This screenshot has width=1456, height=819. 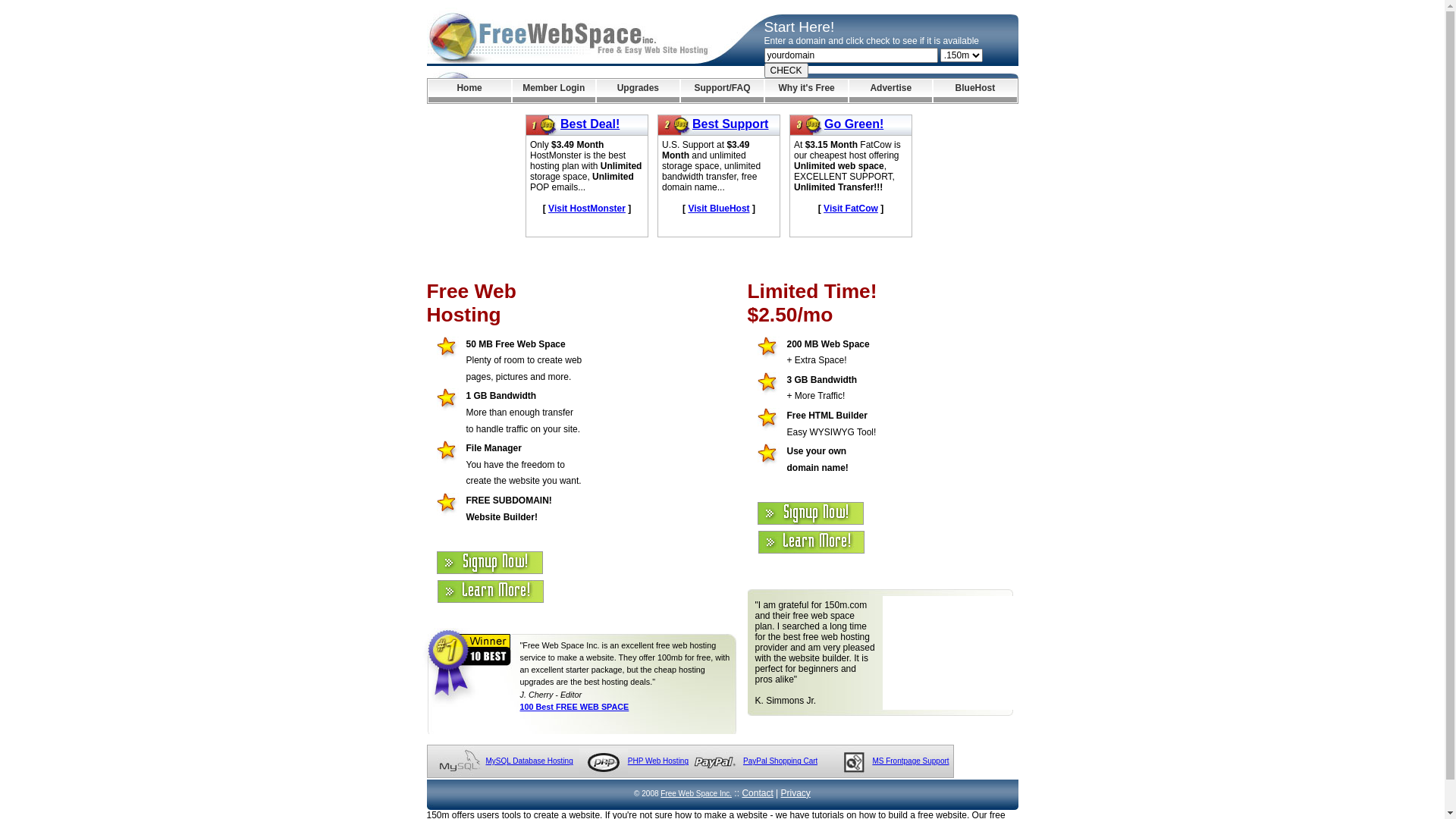 What do you see at coordinates (658, 761) in the screenshot?
I see `'PHP Web Hosting'` at bounding box center [658, 761].